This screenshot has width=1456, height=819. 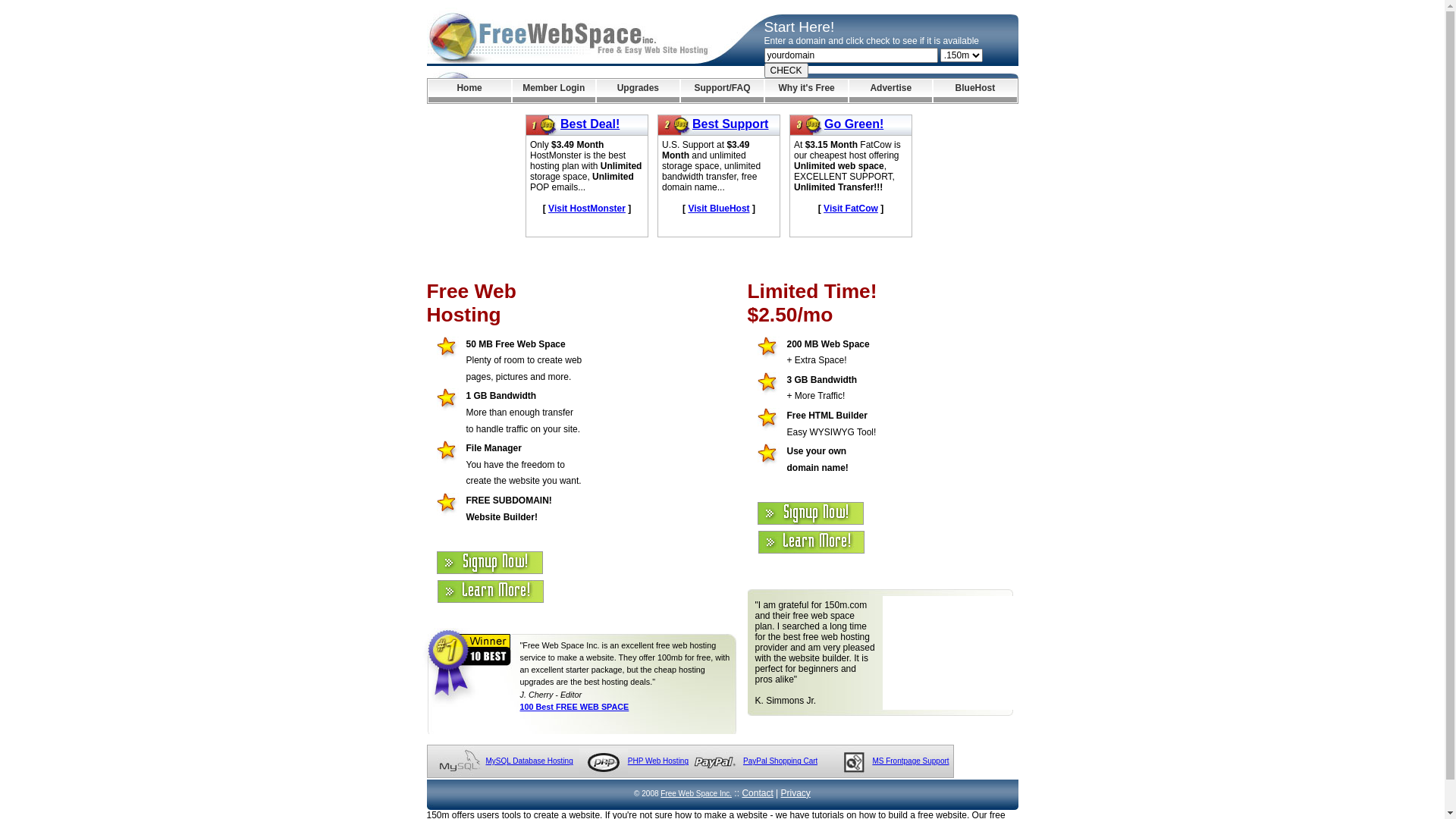 What do you see at coordinates (658, 761) in the screenshot?
I see `'PHP Web Hosting'` at bounding box center [658, 761].